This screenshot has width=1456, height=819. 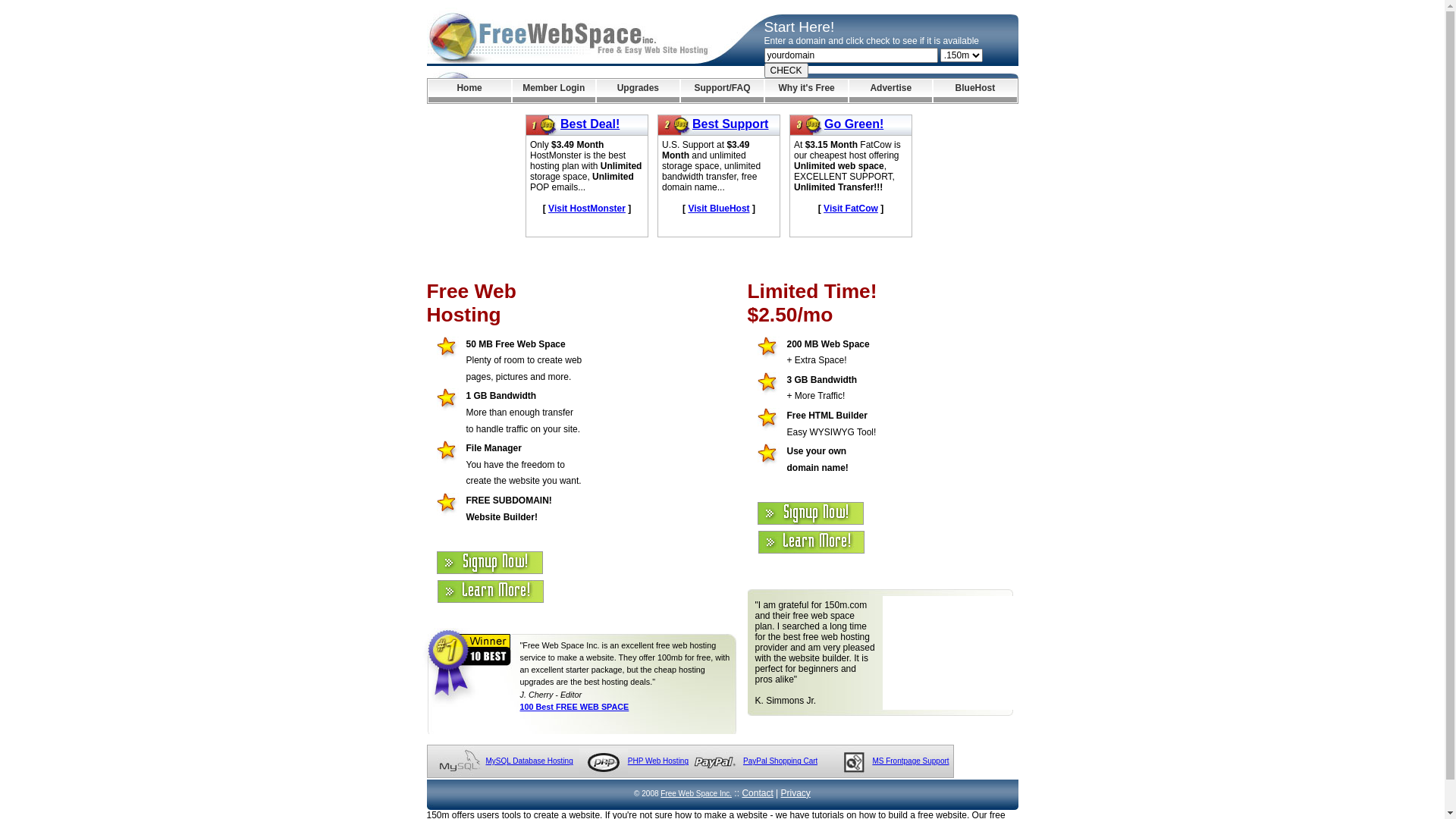 What do you see at coordinates (658, 761) in the screenshot?
I see `'PHP Web Hosting'` at bounding box center [658, 761].